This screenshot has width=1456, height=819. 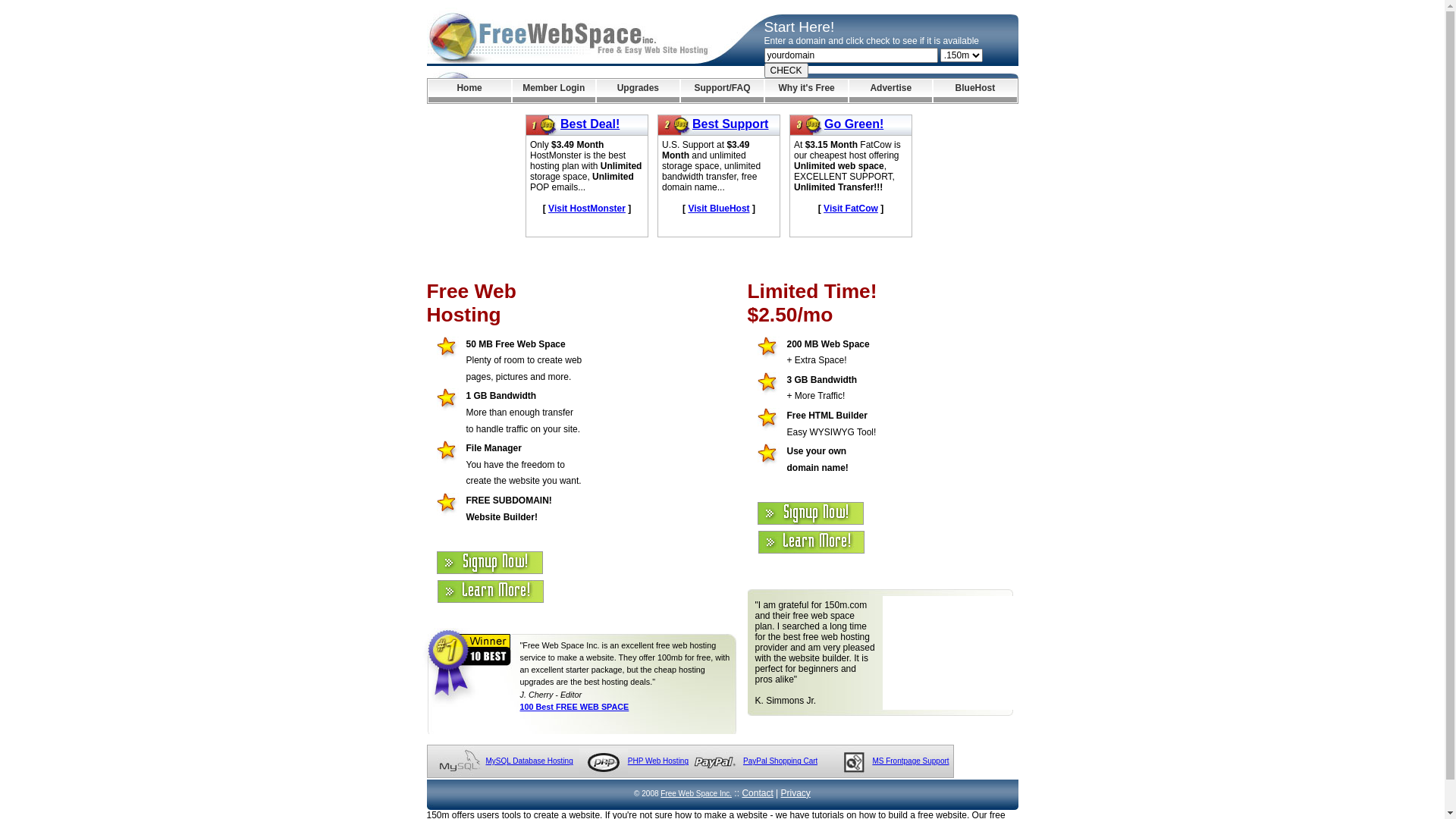 What do you see at coordinates (658, 761) in the screenshot?
I see `'PHP Web Hosting'` at bounding box center [658, 761].